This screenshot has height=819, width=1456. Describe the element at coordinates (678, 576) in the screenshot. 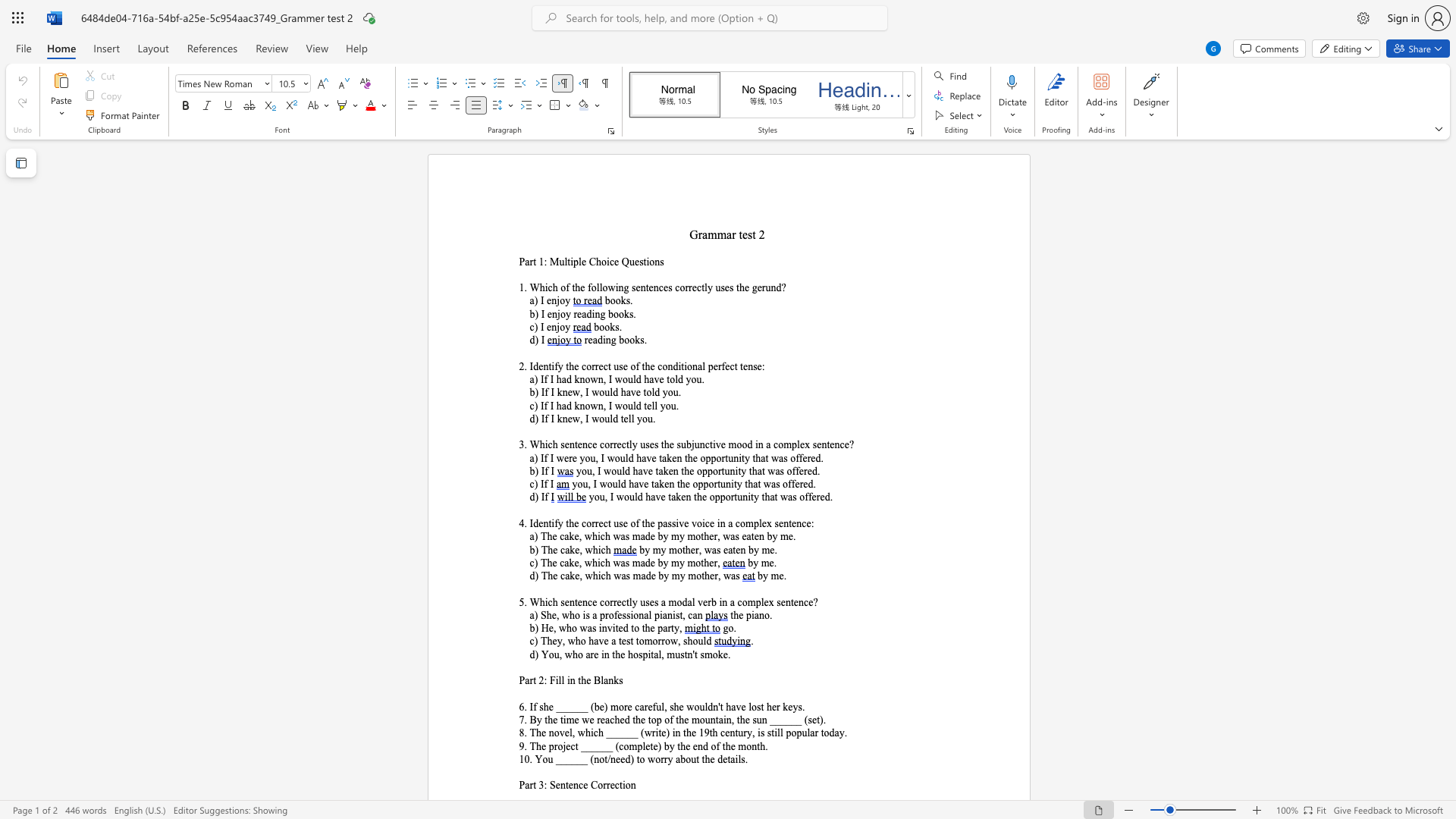

I see `the space between the continuous character "m" and "y" in the text` at that location.